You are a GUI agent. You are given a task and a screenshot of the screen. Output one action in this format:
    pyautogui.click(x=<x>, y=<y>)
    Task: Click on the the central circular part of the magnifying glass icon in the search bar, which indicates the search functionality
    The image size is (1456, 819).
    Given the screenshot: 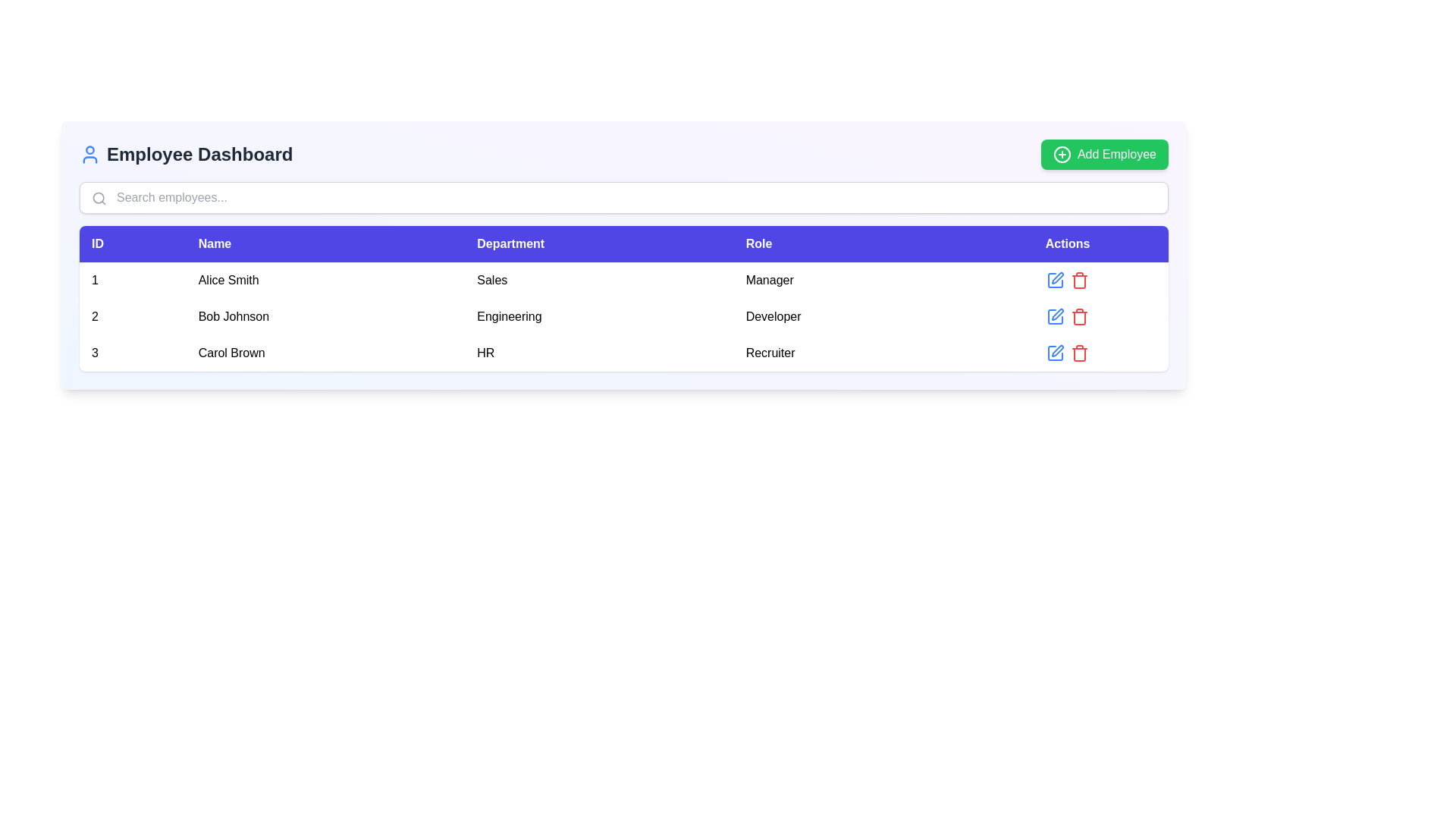 What is the action you would take?
    pyautogui.click(x=98, y=197)
    